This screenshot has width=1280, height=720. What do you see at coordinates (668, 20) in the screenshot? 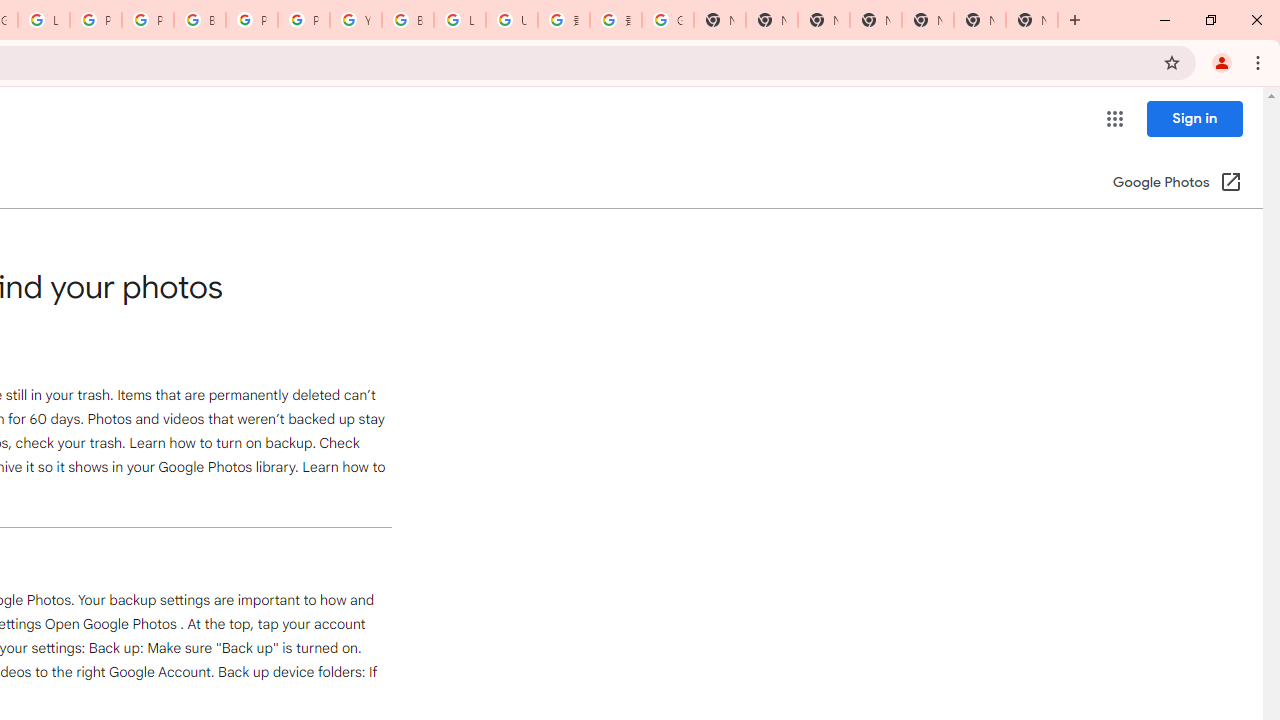
I see `'Google Images'` at bounding box center [668, 20].